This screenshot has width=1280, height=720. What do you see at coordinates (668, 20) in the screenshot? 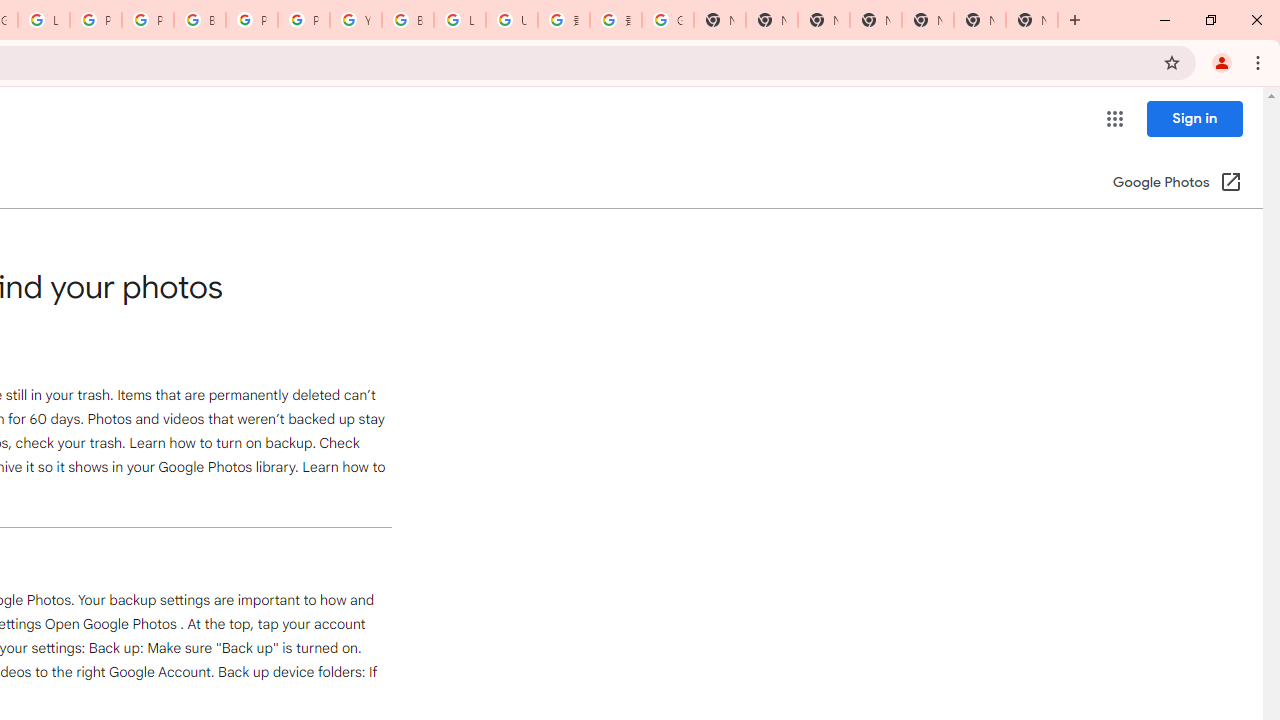
I see `'Google Images'` at bounding box center [668, 20].